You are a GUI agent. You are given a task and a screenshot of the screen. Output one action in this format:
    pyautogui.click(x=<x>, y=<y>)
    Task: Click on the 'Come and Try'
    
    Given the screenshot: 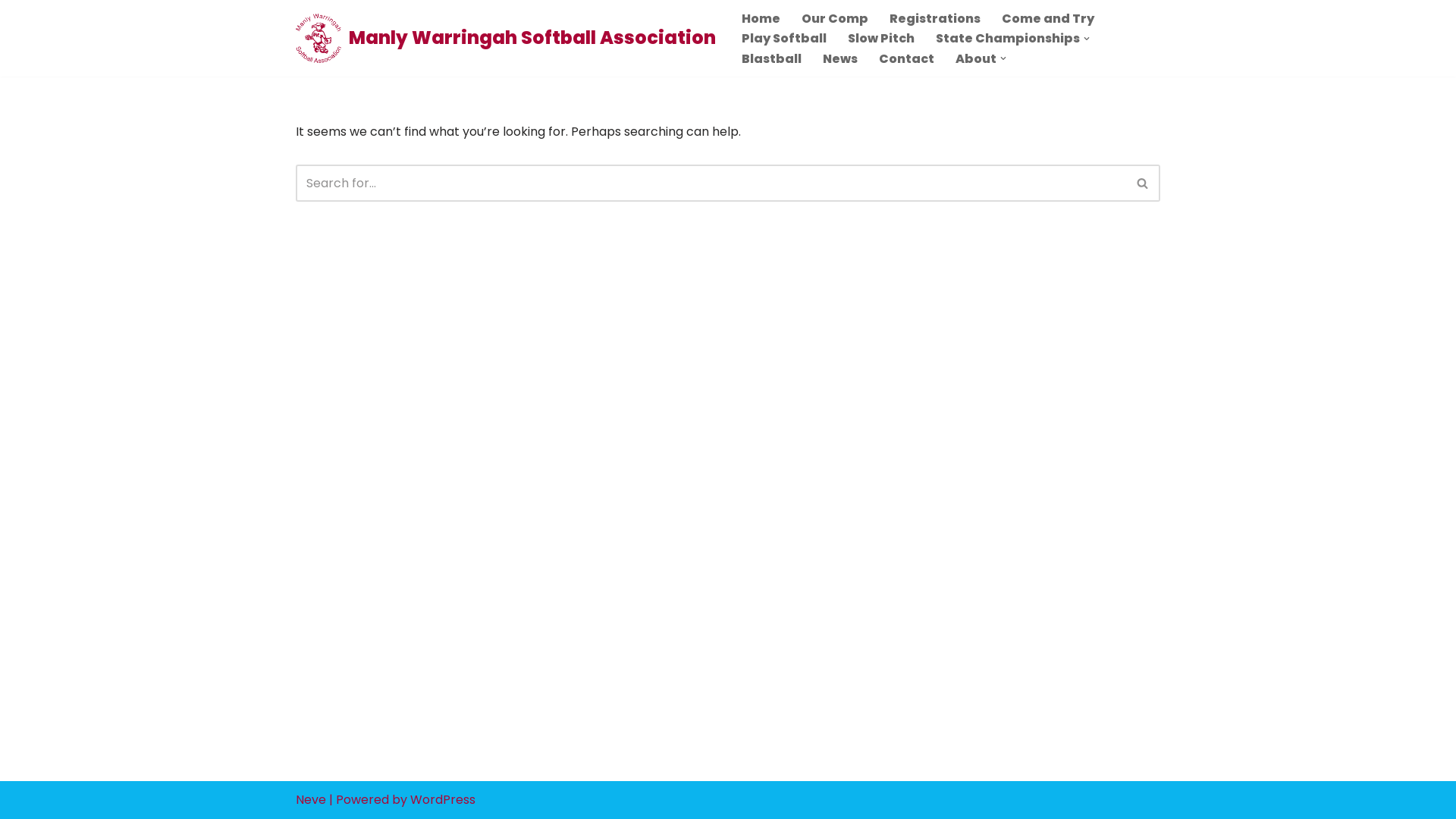 What is the action you would take?
    pyautogui.click(x=1047, y=18)
    